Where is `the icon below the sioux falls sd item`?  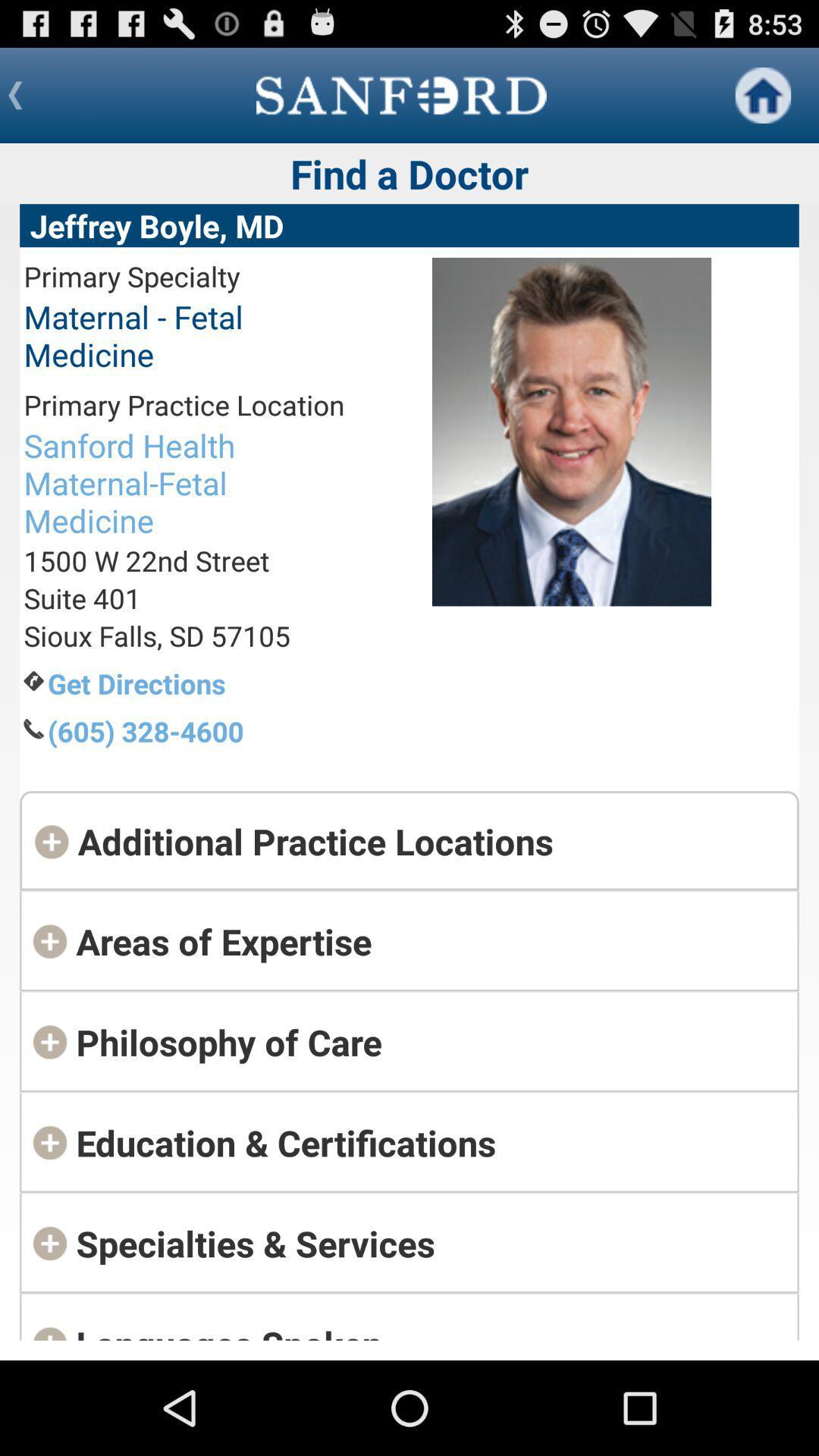
the icon below the sioux falls sd item is located at coordinates (195, 682).